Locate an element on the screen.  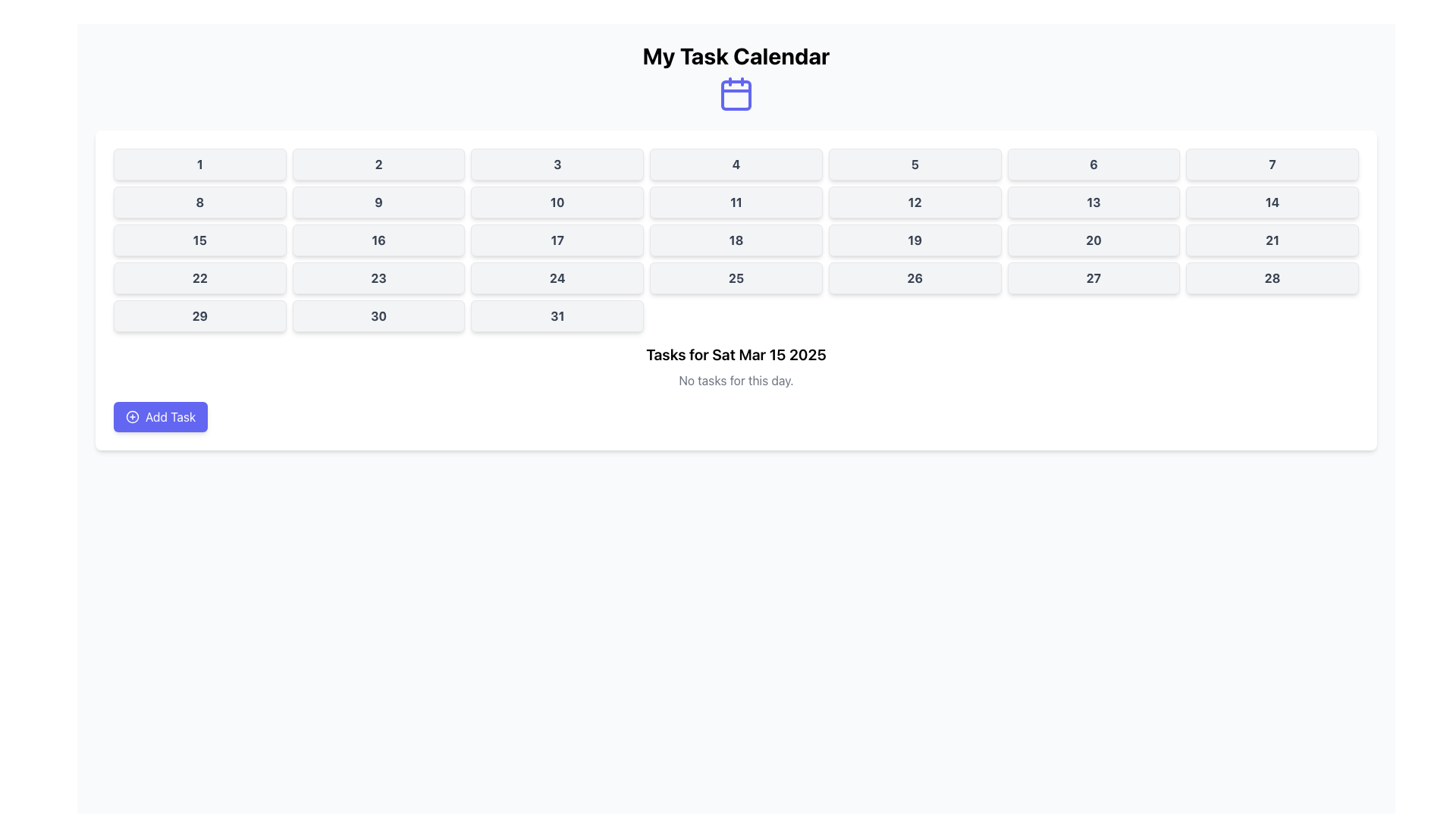
the button representing the day numbered '15' on the calendar interface is located at coordinates (199, 239).